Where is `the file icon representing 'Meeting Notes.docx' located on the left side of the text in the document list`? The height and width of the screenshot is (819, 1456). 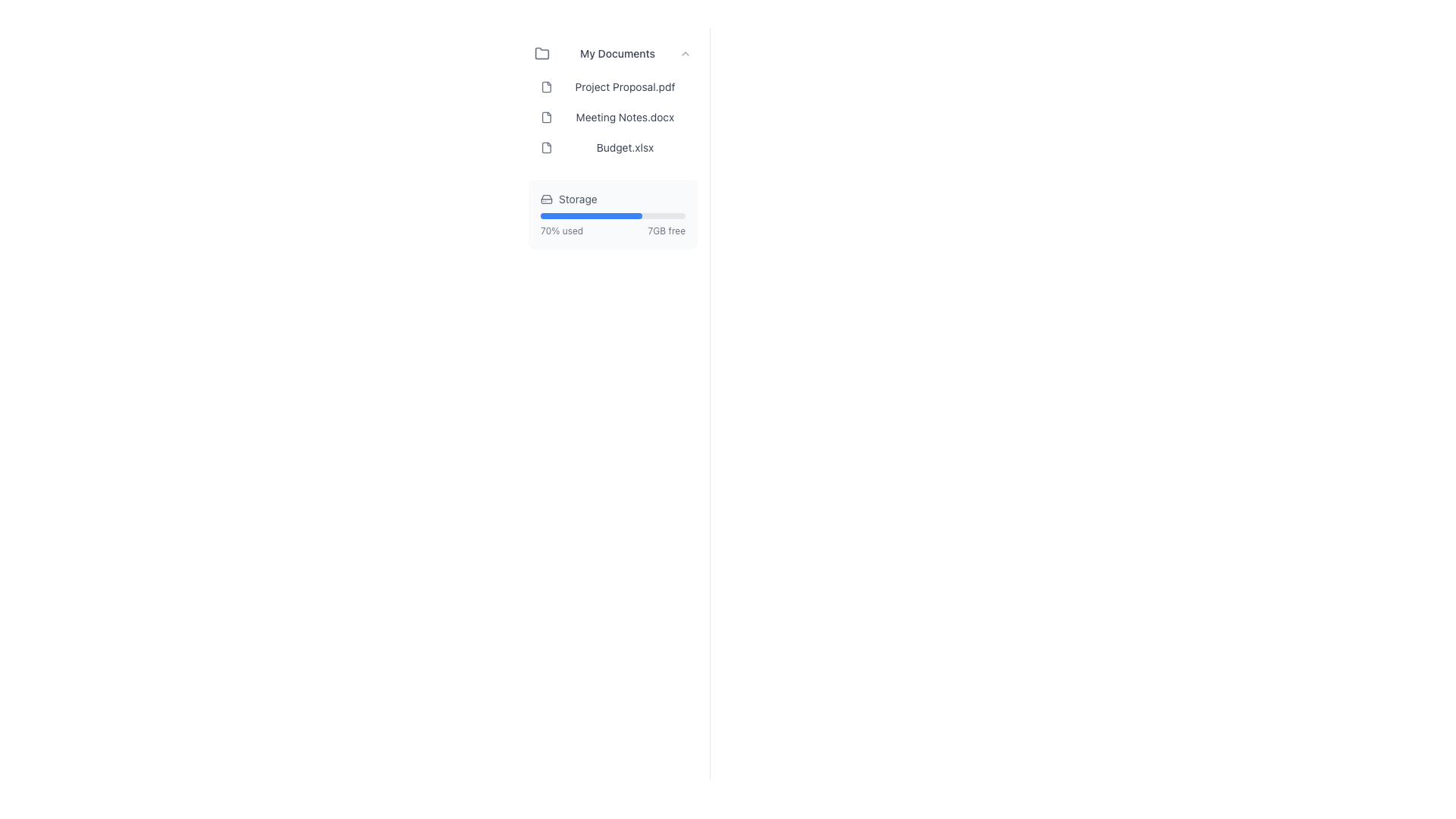 the file icon representing 'Meeting Notes.docx' located on the left side of the text in the document list is located at coordinates (546, 116).